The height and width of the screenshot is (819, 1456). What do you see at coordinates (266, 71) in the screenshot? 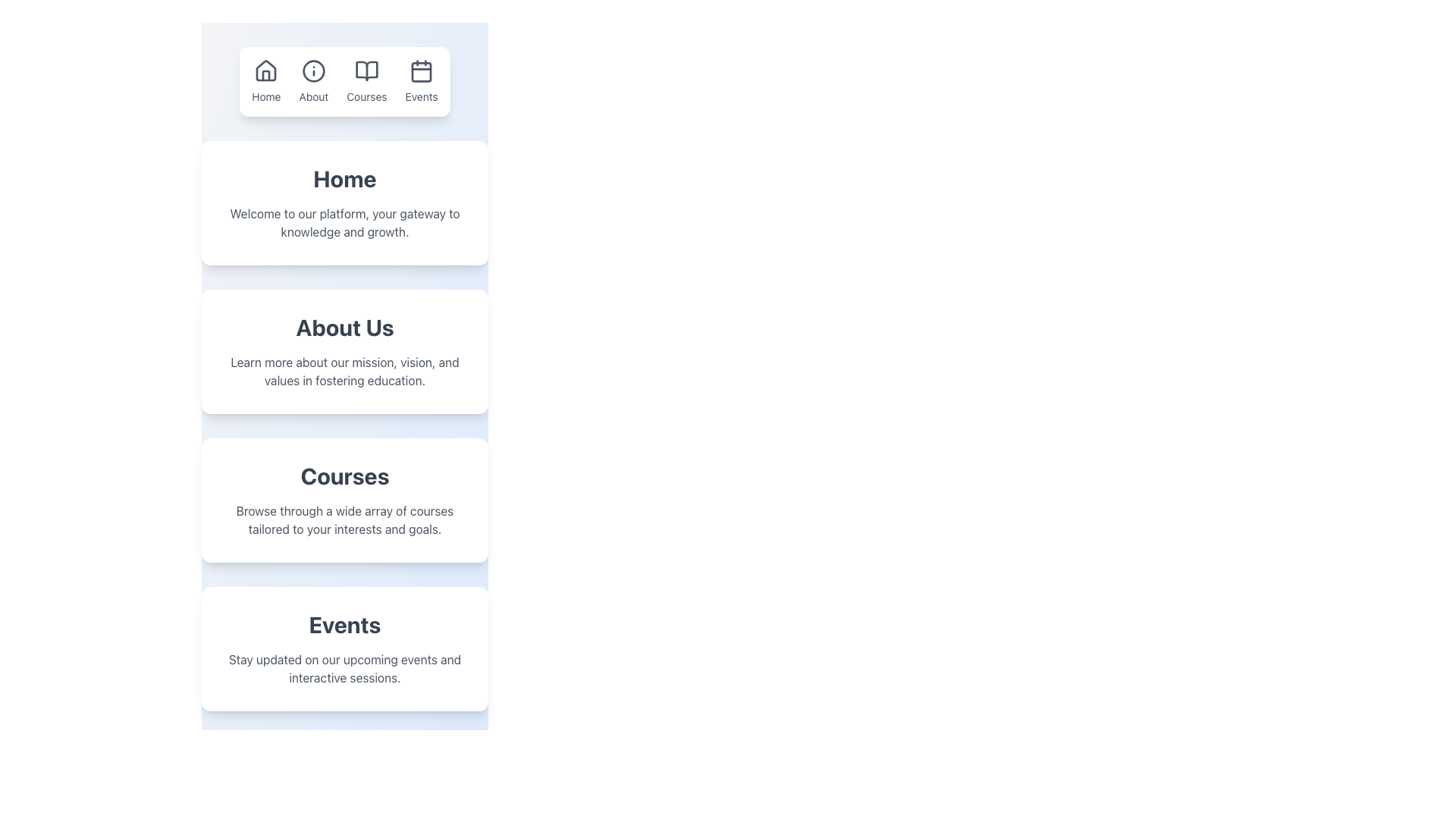
I see `the 'Home' SVG Icon located in the first position of the horizontal navigation bar` at bounding box center [266, 71].